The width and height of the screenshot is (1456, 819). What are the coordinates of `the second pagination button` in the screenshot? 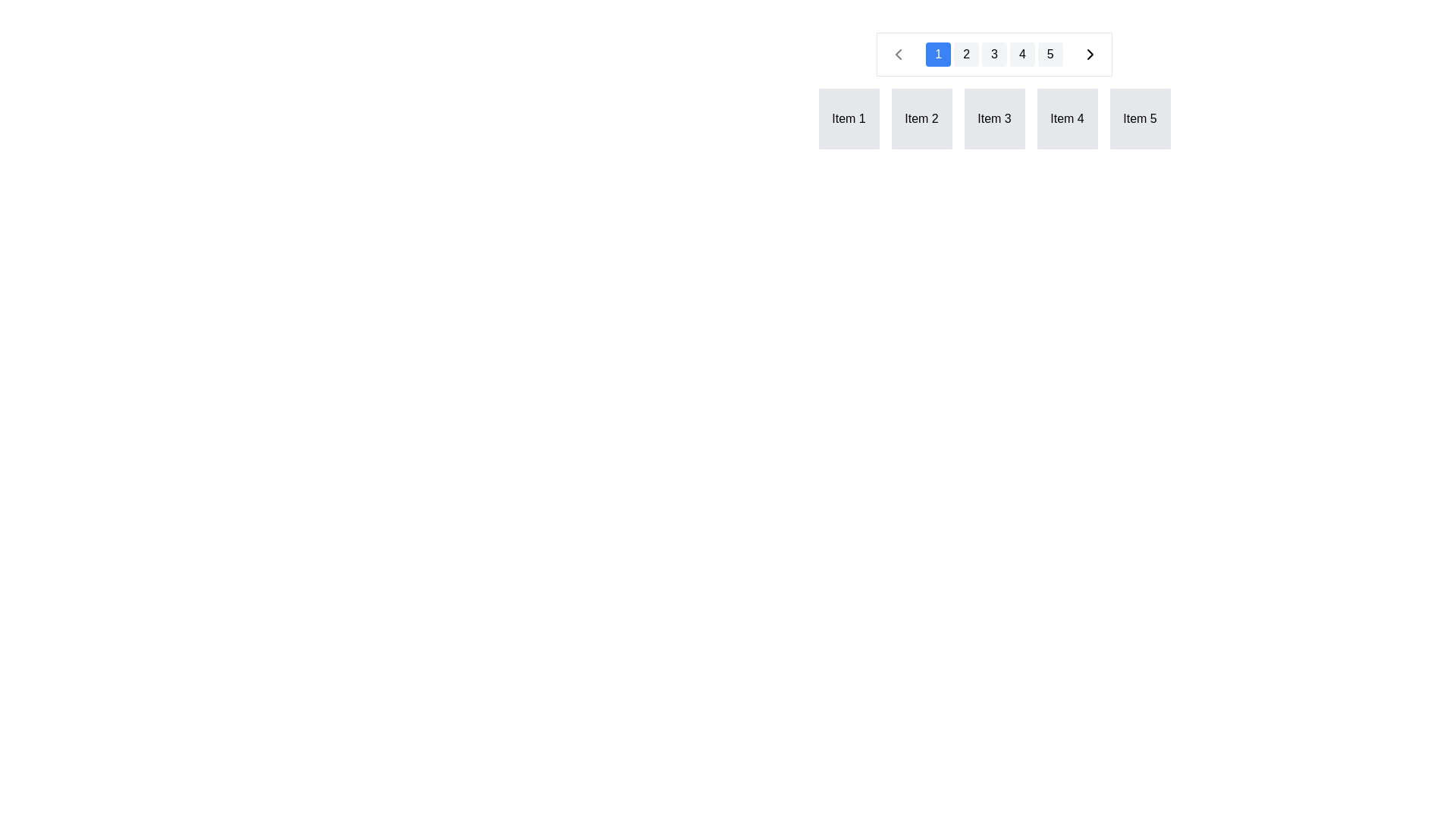 It's located at (965, 54).